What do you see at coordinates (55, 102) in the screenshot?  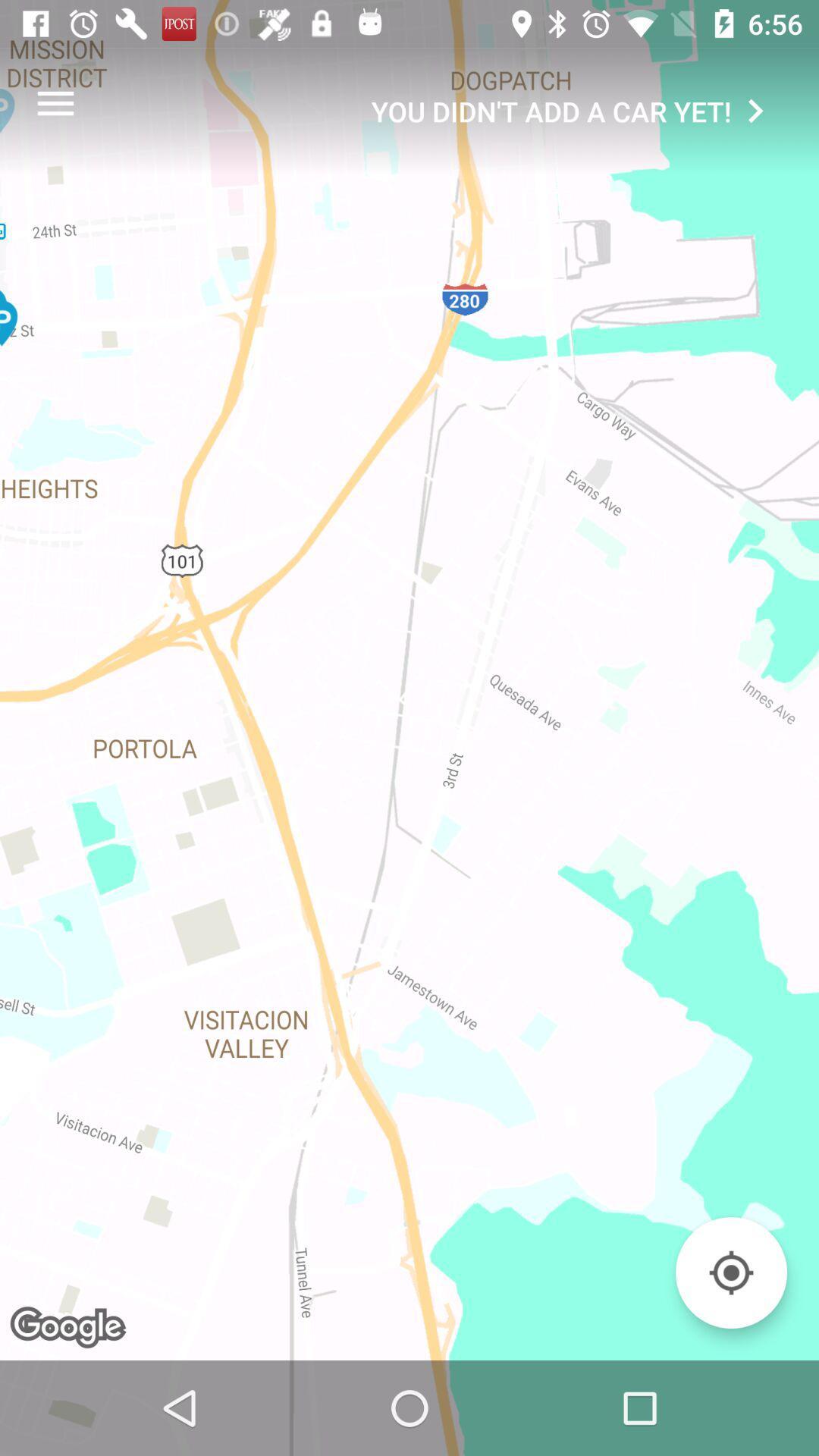 I see `item to the left of the you didn t` at bounding box center [55, 102].